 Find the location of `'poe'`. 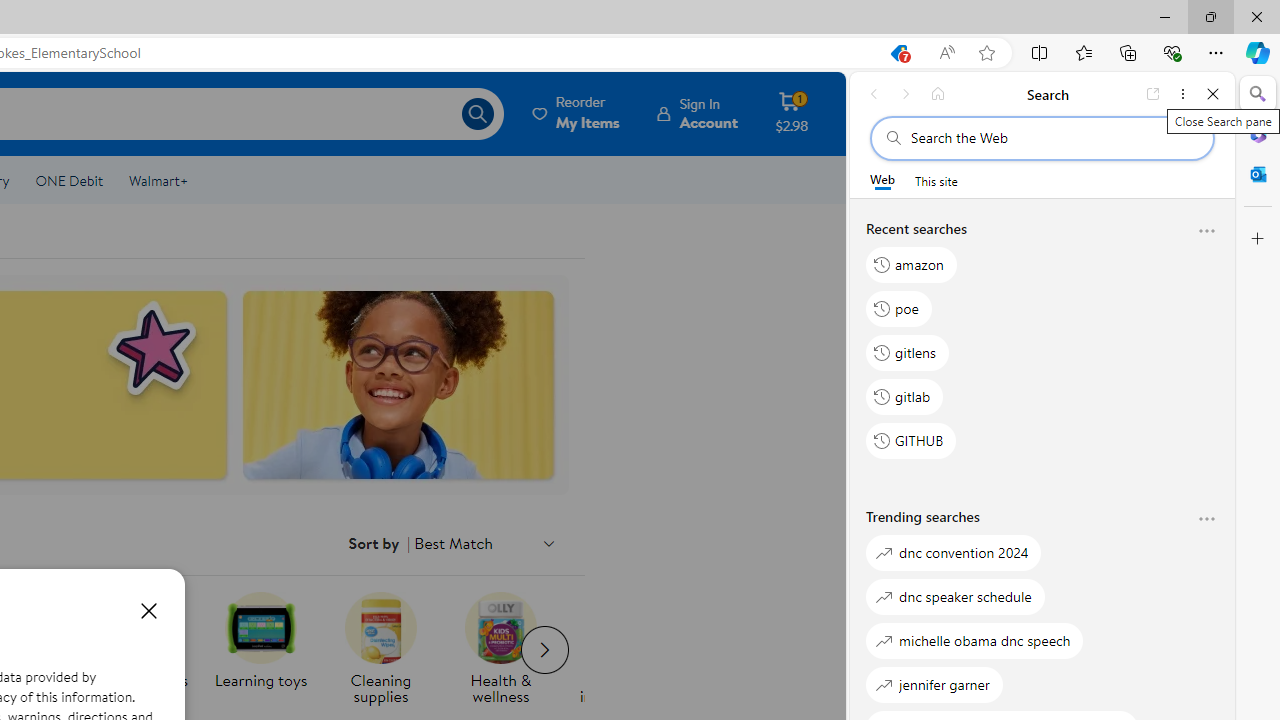

'poe' is located at coordinates (898, 308).